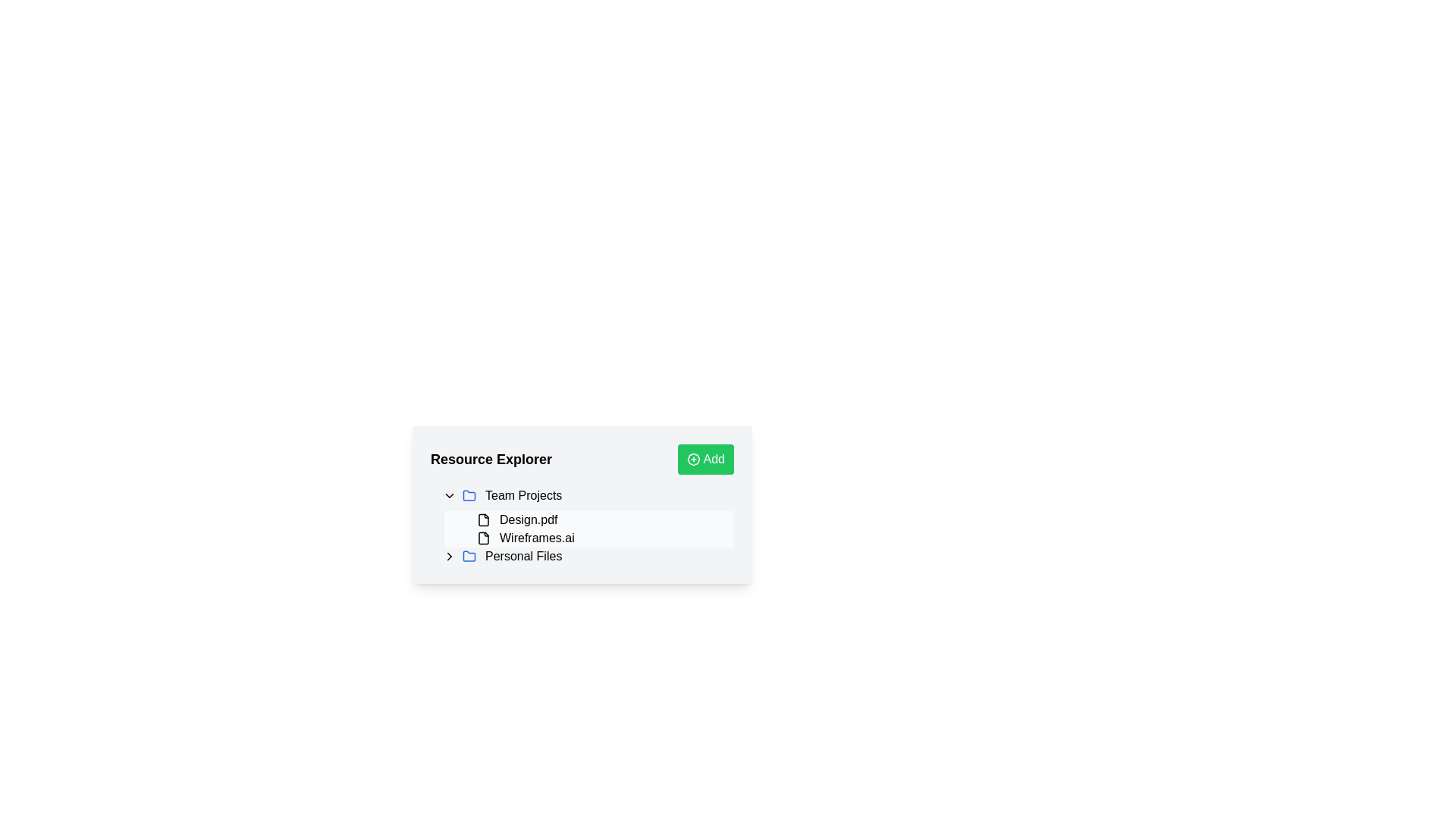  Describe the element at coordinates (601, 519) in the screenshot. I see `the TextLabelWithIcon displaying the file 'Design.pdf'` at that location.